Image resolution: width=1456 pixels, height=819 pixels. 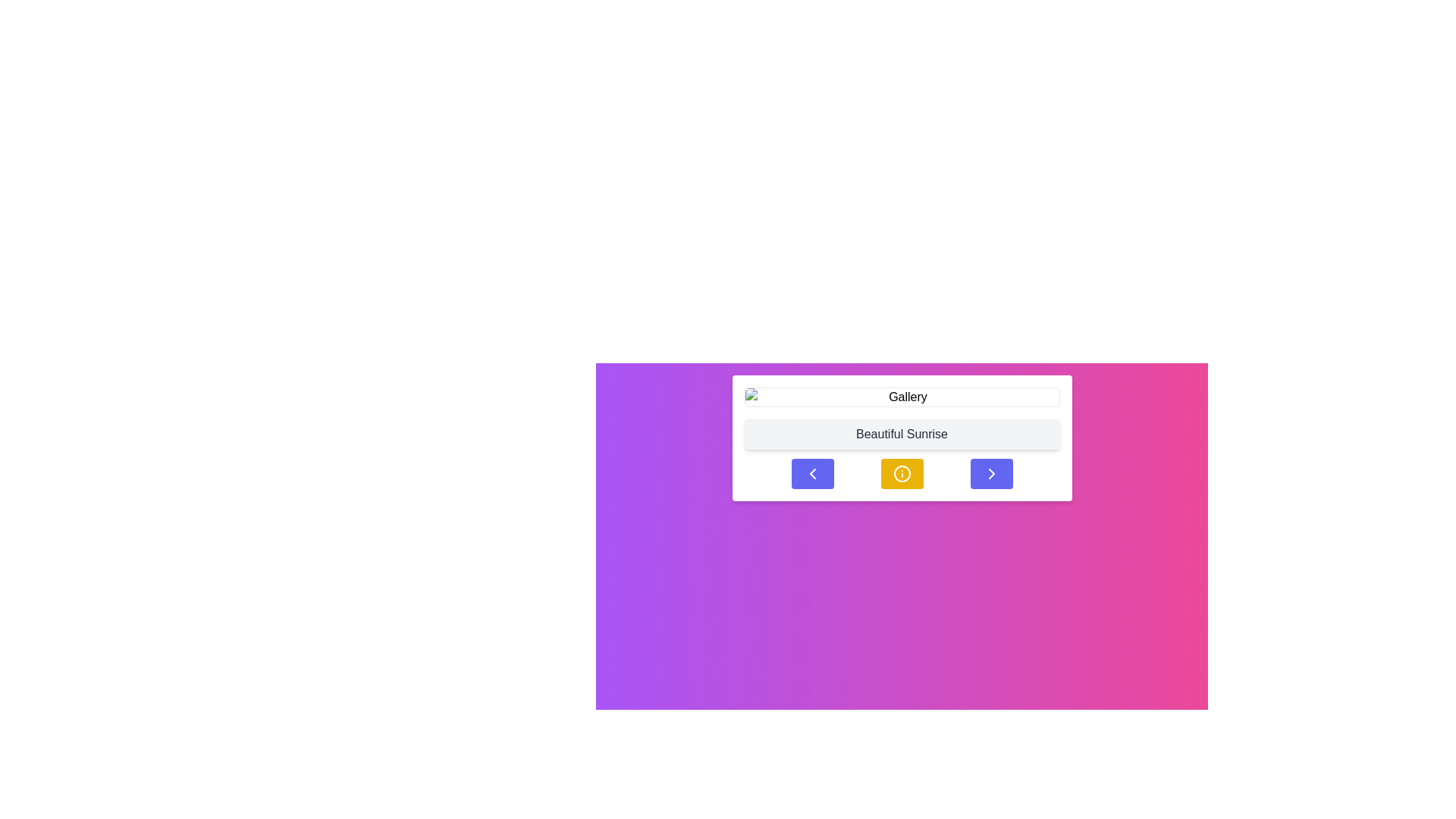 What do you see at coordinates (902, 472) in the screenshot?
I see `the information icon with a circular outline and yellow background, located at the bottom of the gallery interface` at bounding box center [902, 472].